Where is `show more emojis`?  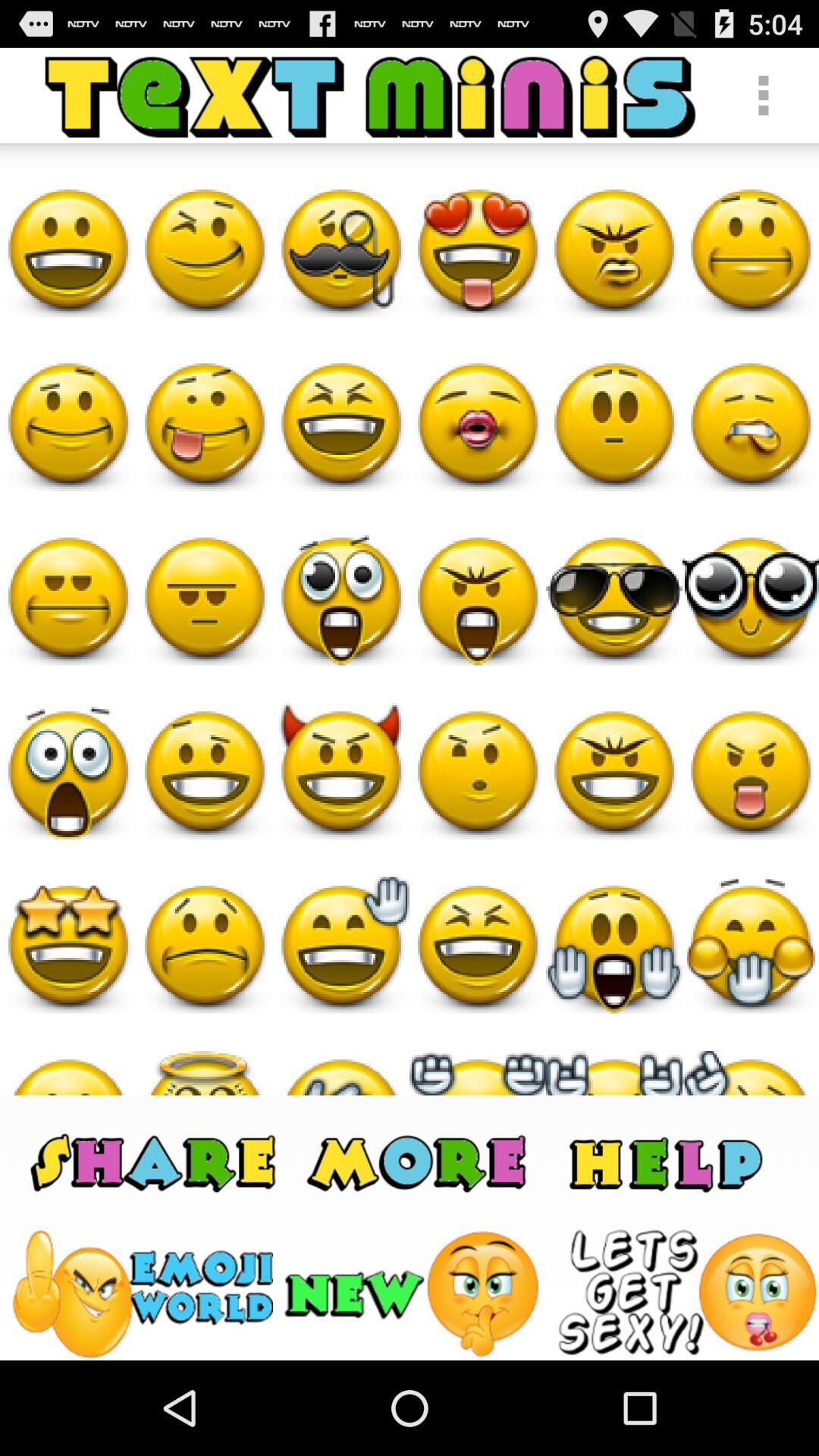
show more emojis is located at coordinates (419, 1160).